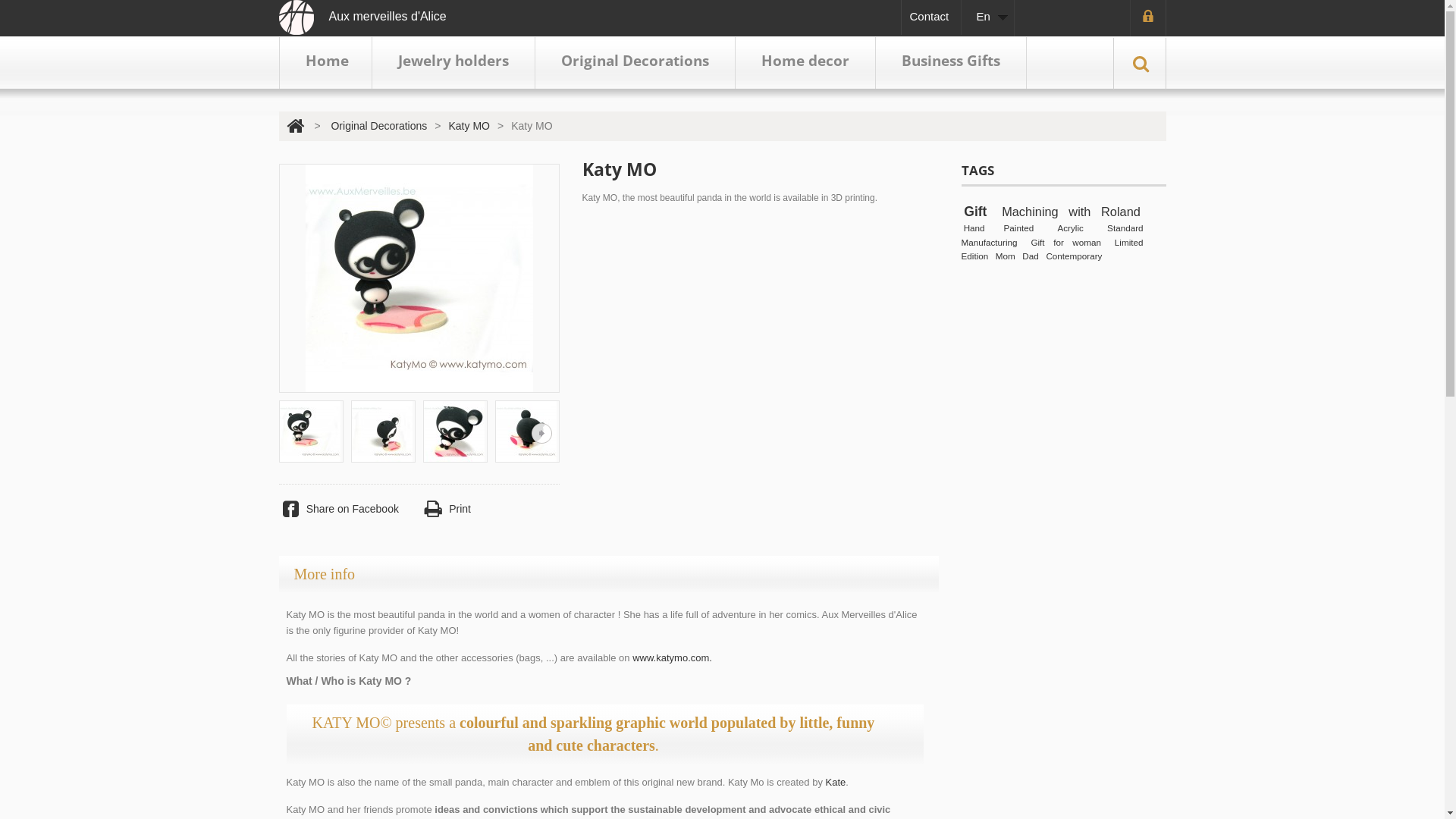 Image resolution: width=1456 pixels, height=819 pixels. I want to click on 'Katy MO: Katy MO / Original Decorations', so click(494, 431).